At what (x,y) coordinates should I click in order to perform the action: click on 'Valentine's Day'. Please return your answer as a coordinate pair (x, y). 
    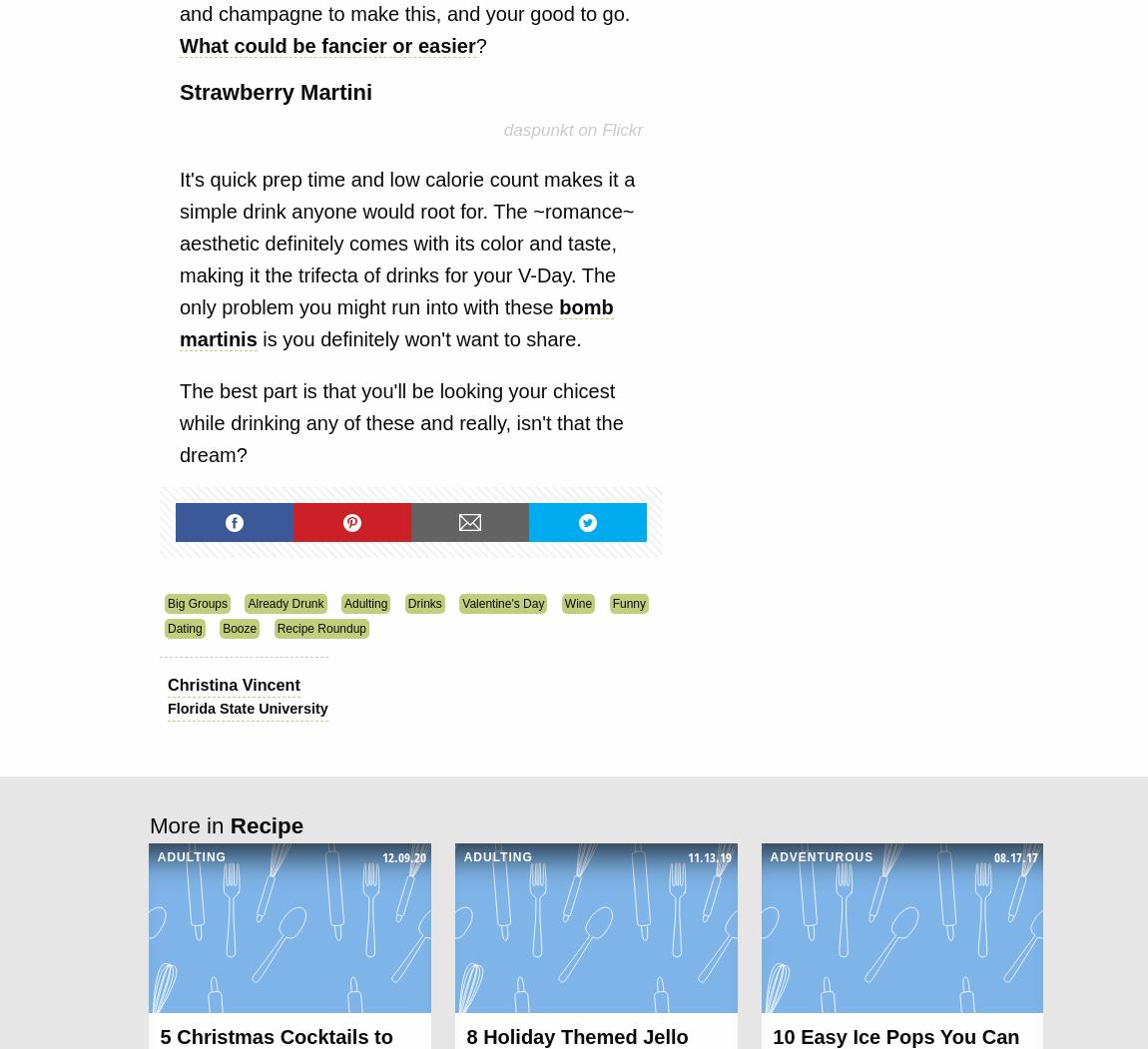
    Looking at the image, I should click on (503, 603).